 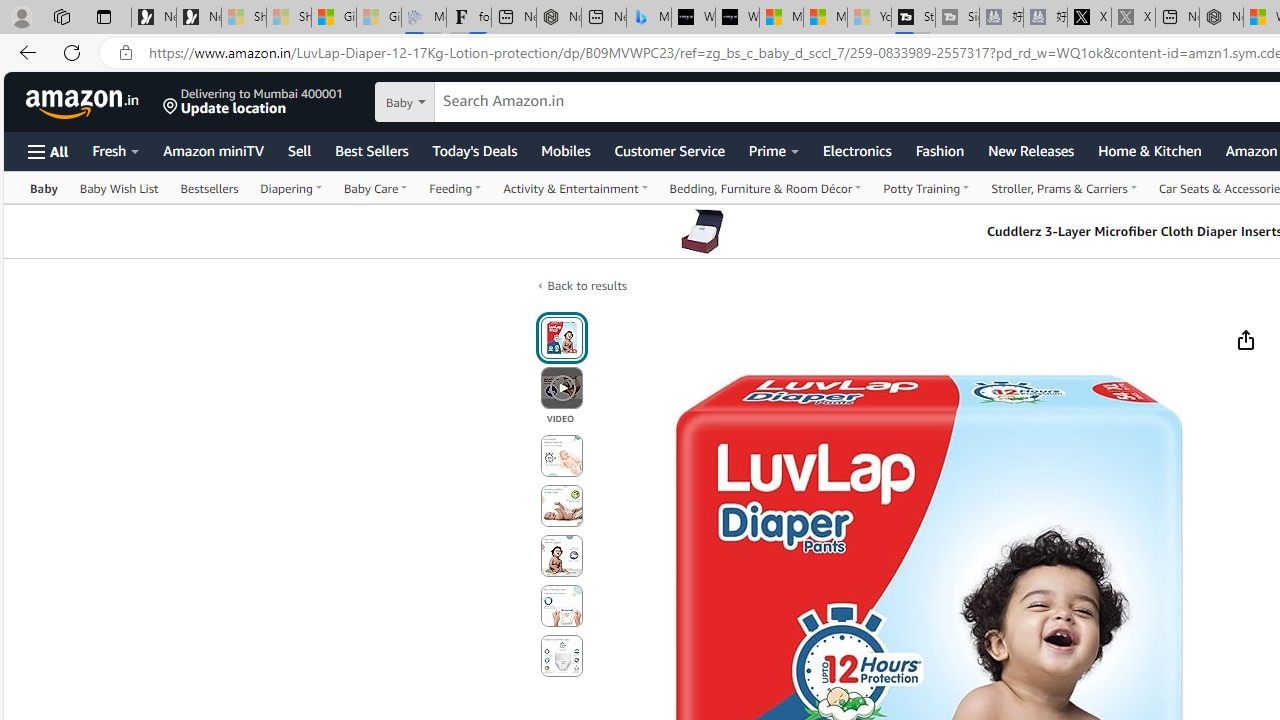 I want to click on 'Today', so click(x=473, y=149).